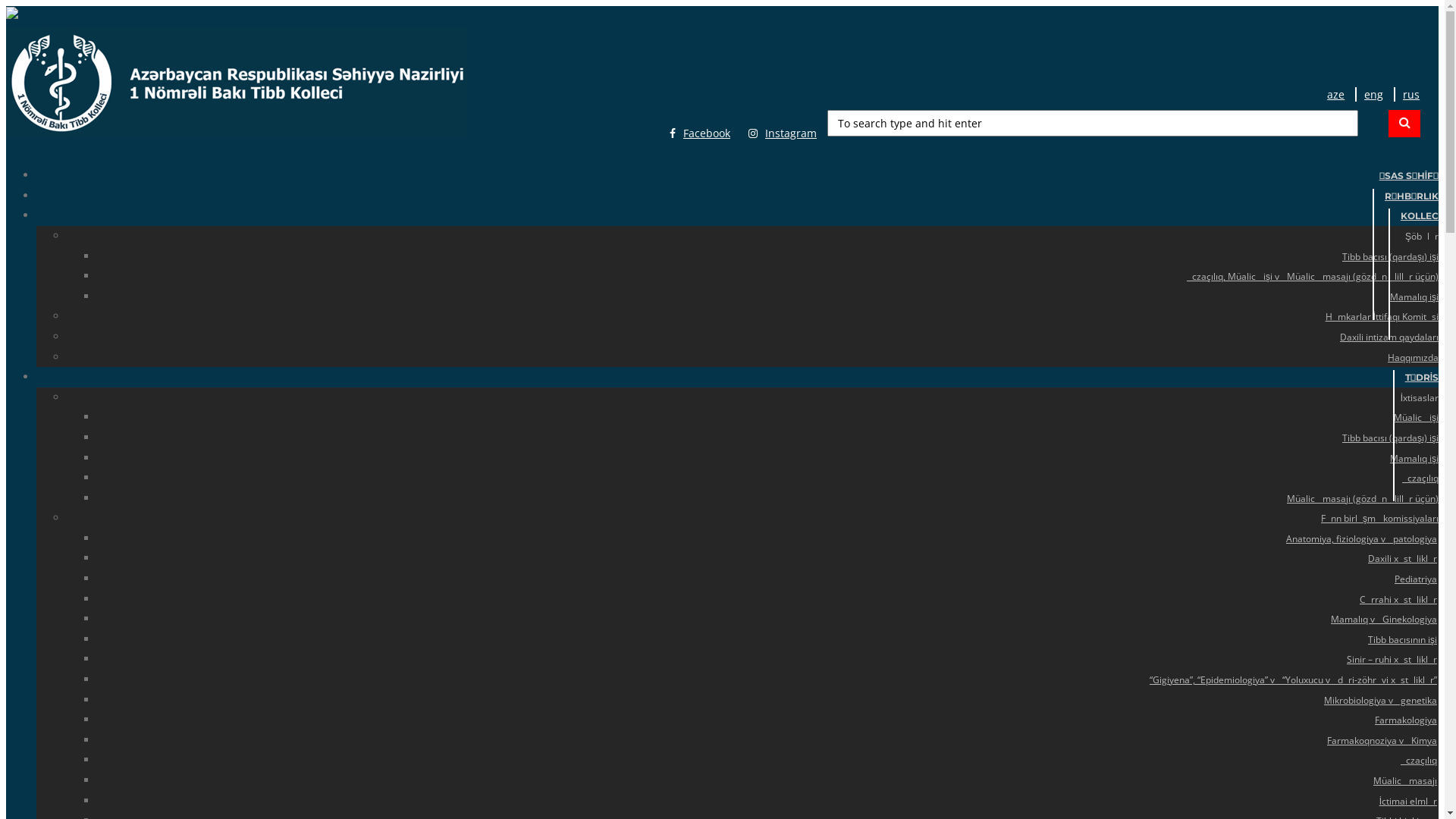  I want to click on 'Pediatriya', so click(1415, 579).